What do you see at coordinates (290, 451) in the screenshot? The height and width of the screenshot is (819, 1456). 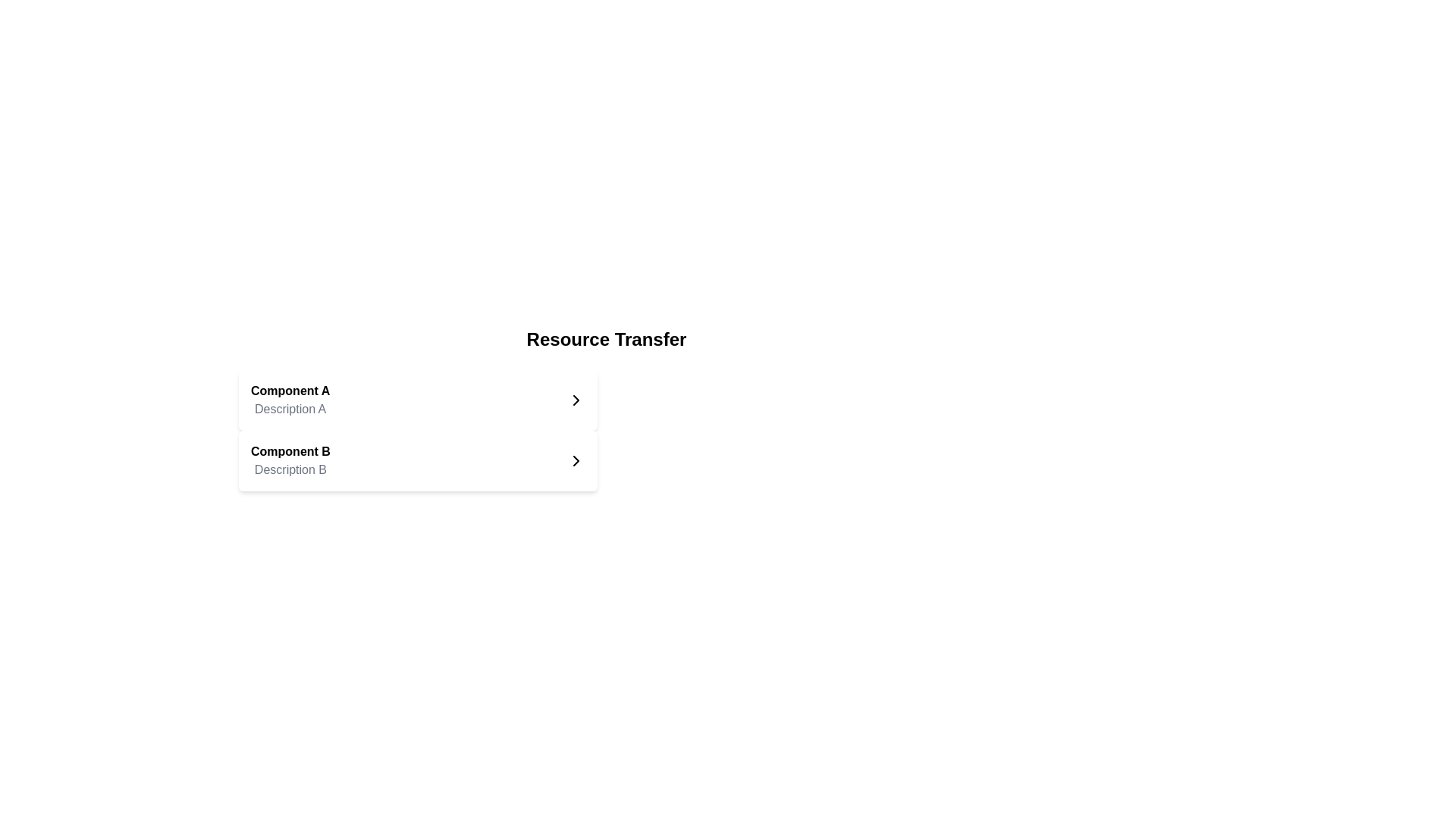 I see `the Text label that serves as the title for the second entry in the list, positioned between 'Component A' and 'Description B'` at bounding box center [290, 451].